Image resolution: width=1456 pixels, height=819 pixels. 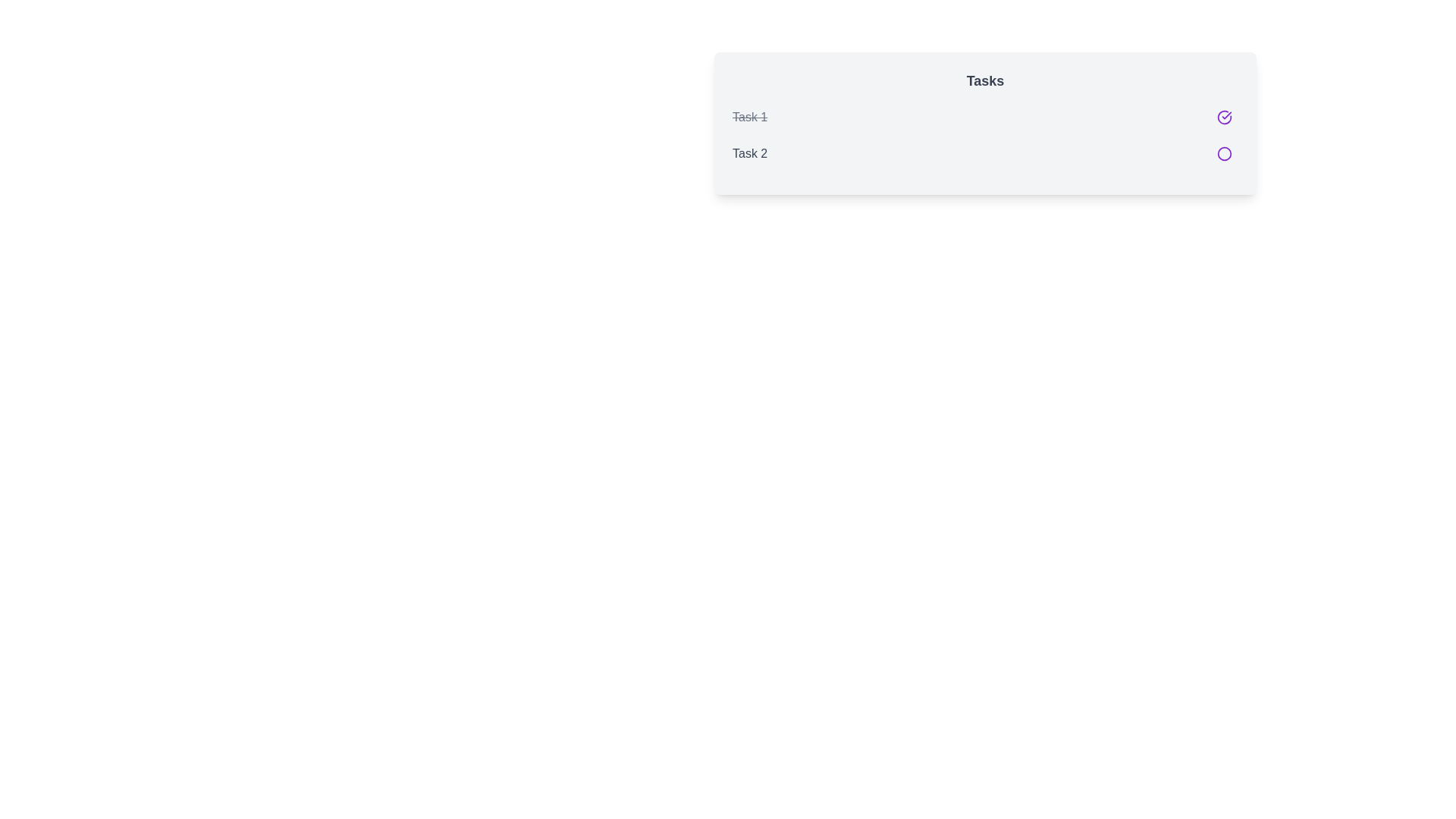 What do you see at coordinates (985, 116) in the screenshot?
I see `the circular check button in the task entry for 'Task 1' to mark the task as complete` at bounding box center [985, 116].